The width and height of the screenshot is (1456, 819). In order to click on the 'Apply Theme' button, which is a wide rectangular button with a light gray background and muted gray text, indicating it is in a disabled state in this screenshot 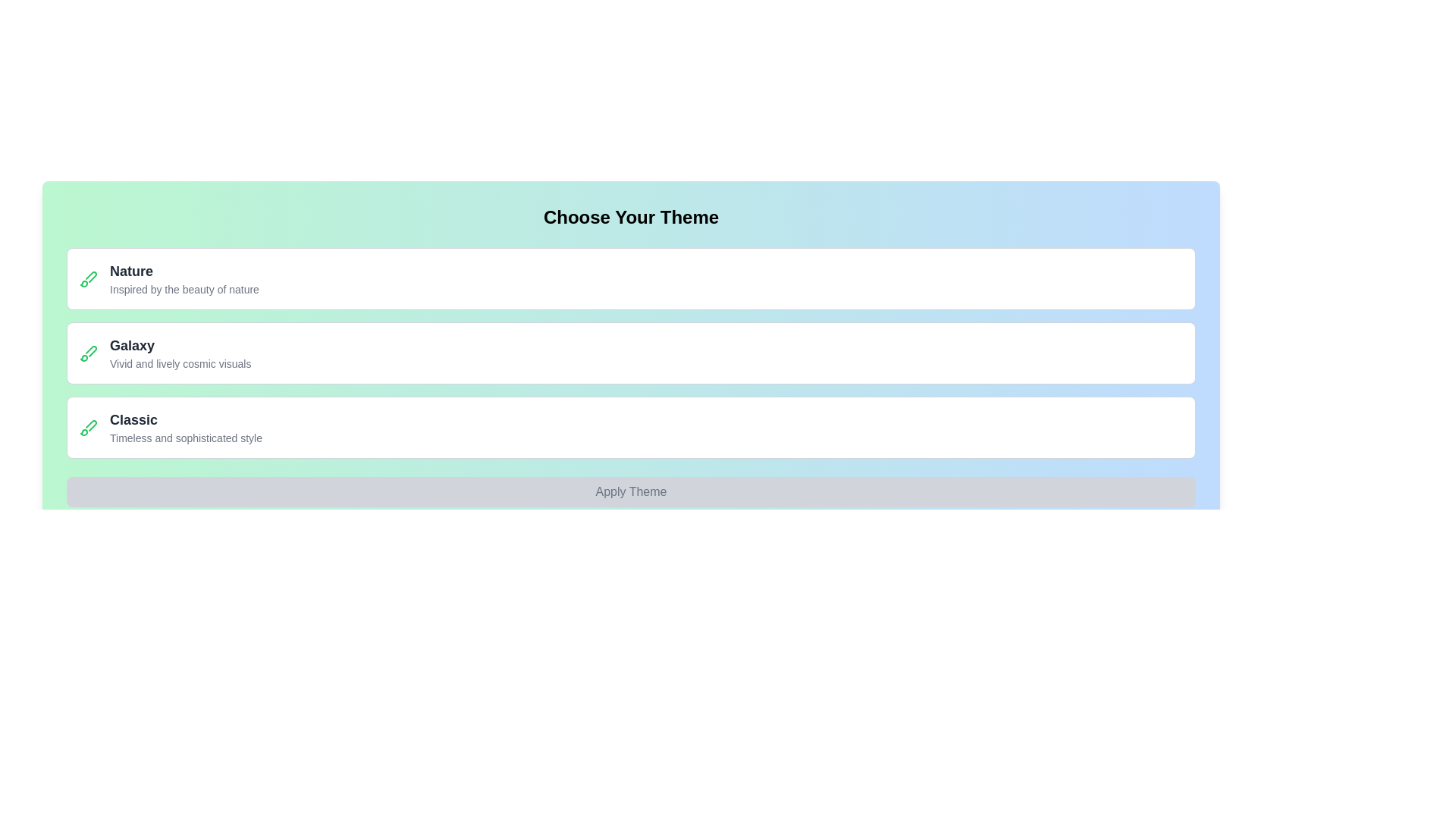, I will do `click(631, 491)`.